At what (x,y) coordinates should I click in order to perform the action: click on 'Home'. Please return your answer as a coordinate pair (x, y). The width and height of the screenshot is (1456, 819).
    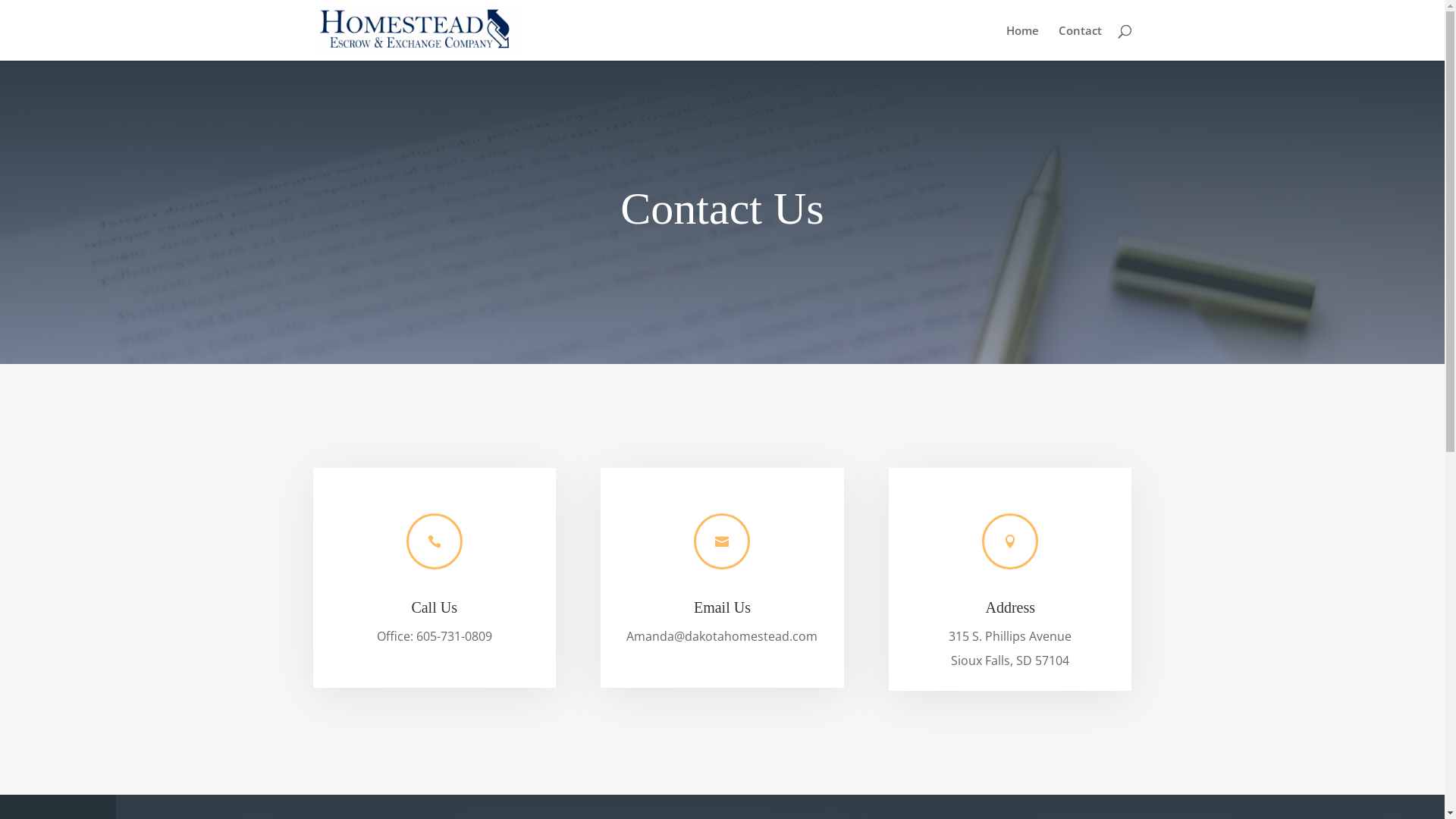
    Looking at the image, I should click on (1021, 42).